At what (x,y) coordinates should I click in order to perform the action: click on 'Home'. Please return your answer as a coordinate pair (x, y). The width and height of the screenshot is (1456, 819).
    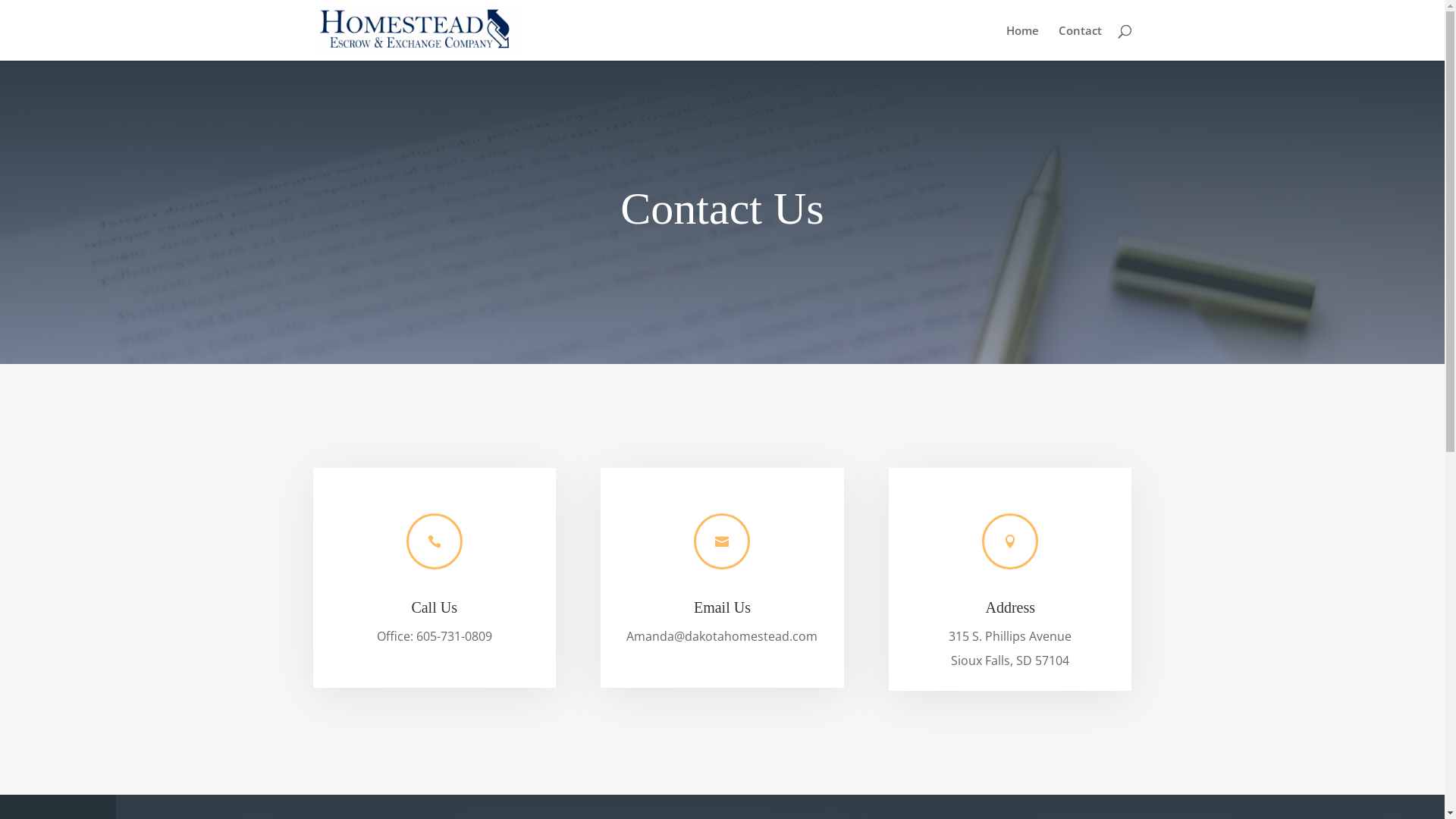
    Looking at the image, I should click on (1021, 42).